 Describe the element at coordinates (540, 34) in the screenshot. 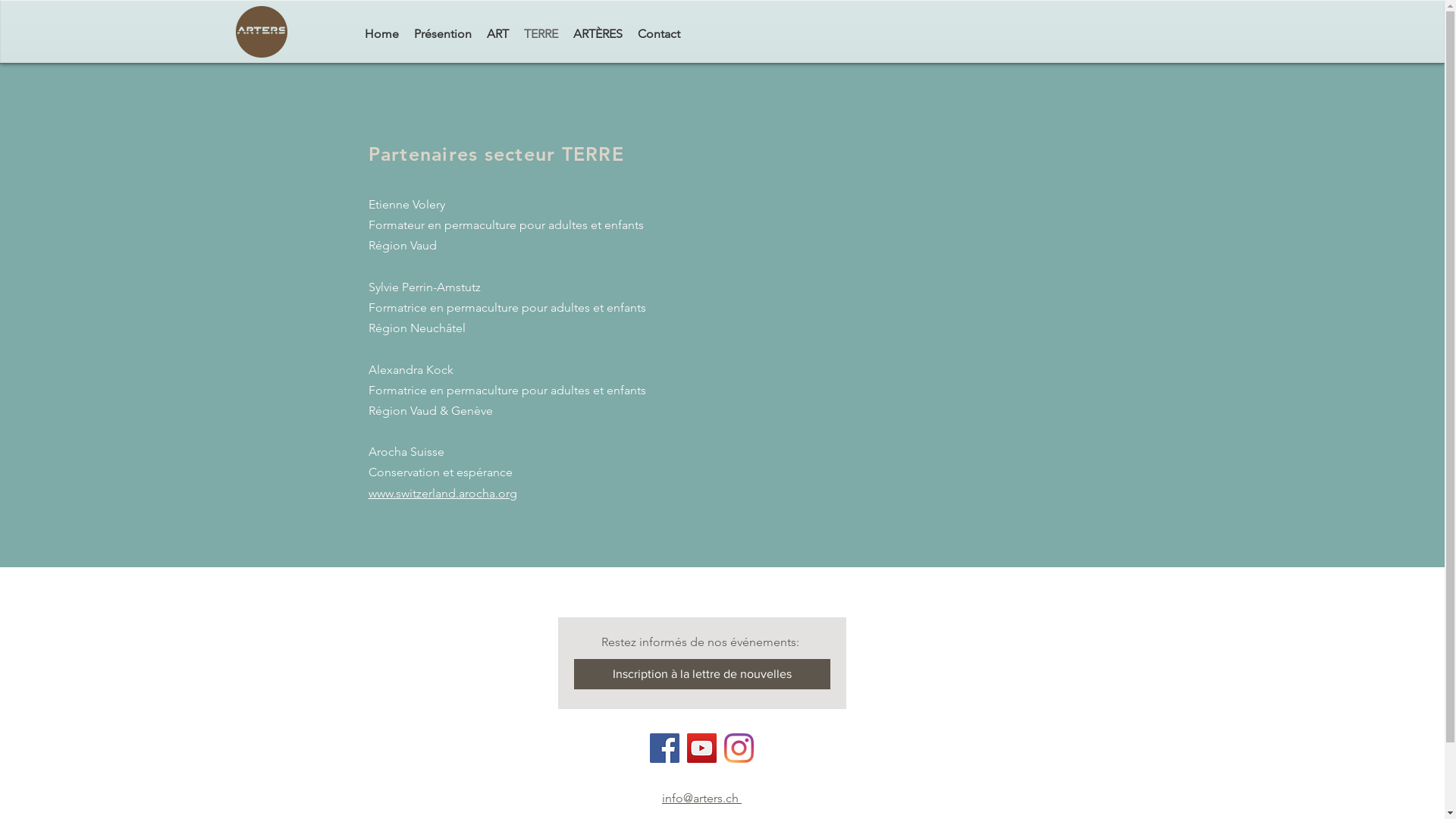

I see `'TERRE'` at that location.